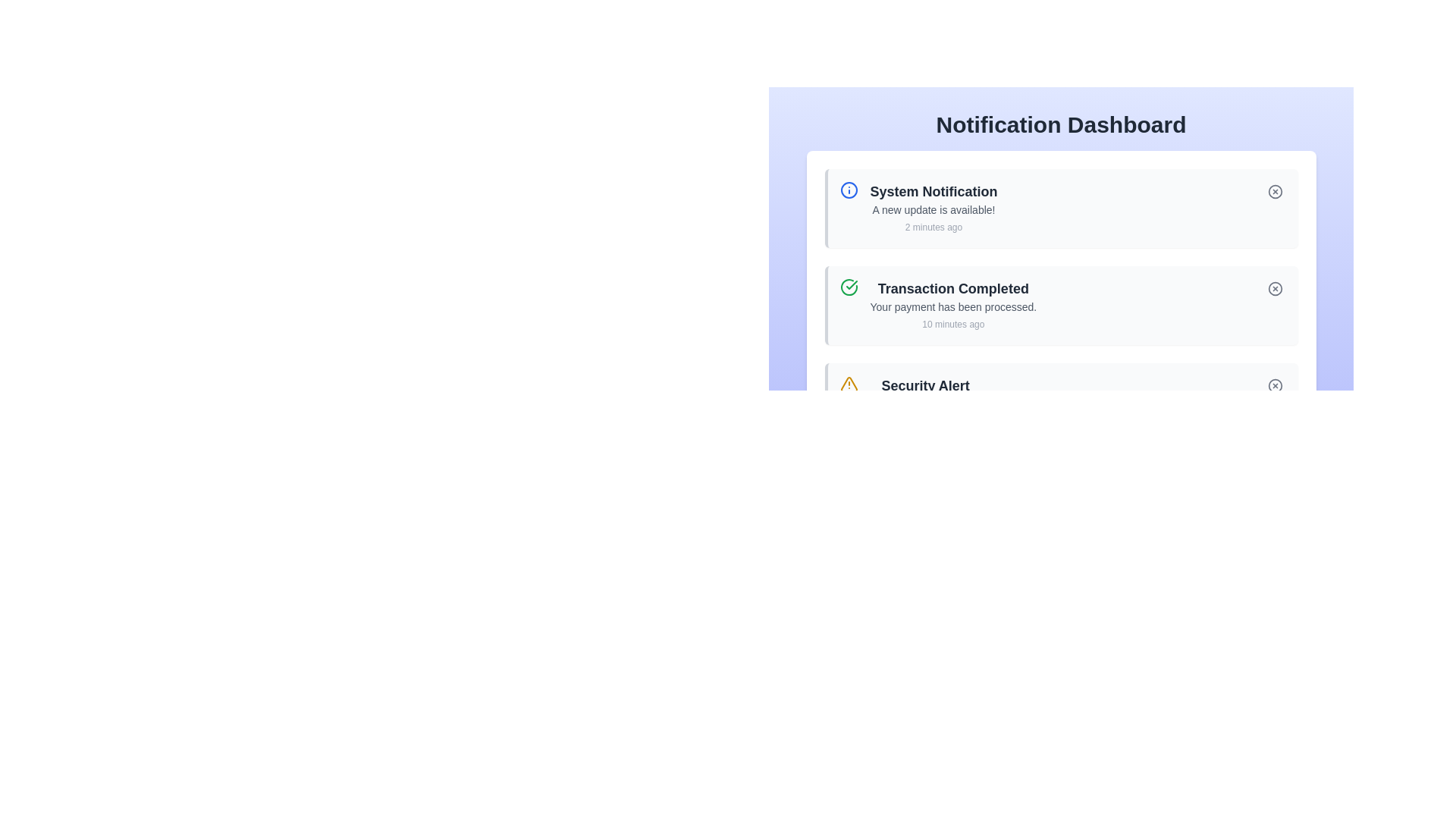 The image size is (1456, 819). What do you see at coordinates (952, 324) in the screenshot?
I see `the text label displaying '10 minutes ago' which is styled in a small font size and located beneath the 'Transaction Completed' notification card` at bounding box center [952, 324].